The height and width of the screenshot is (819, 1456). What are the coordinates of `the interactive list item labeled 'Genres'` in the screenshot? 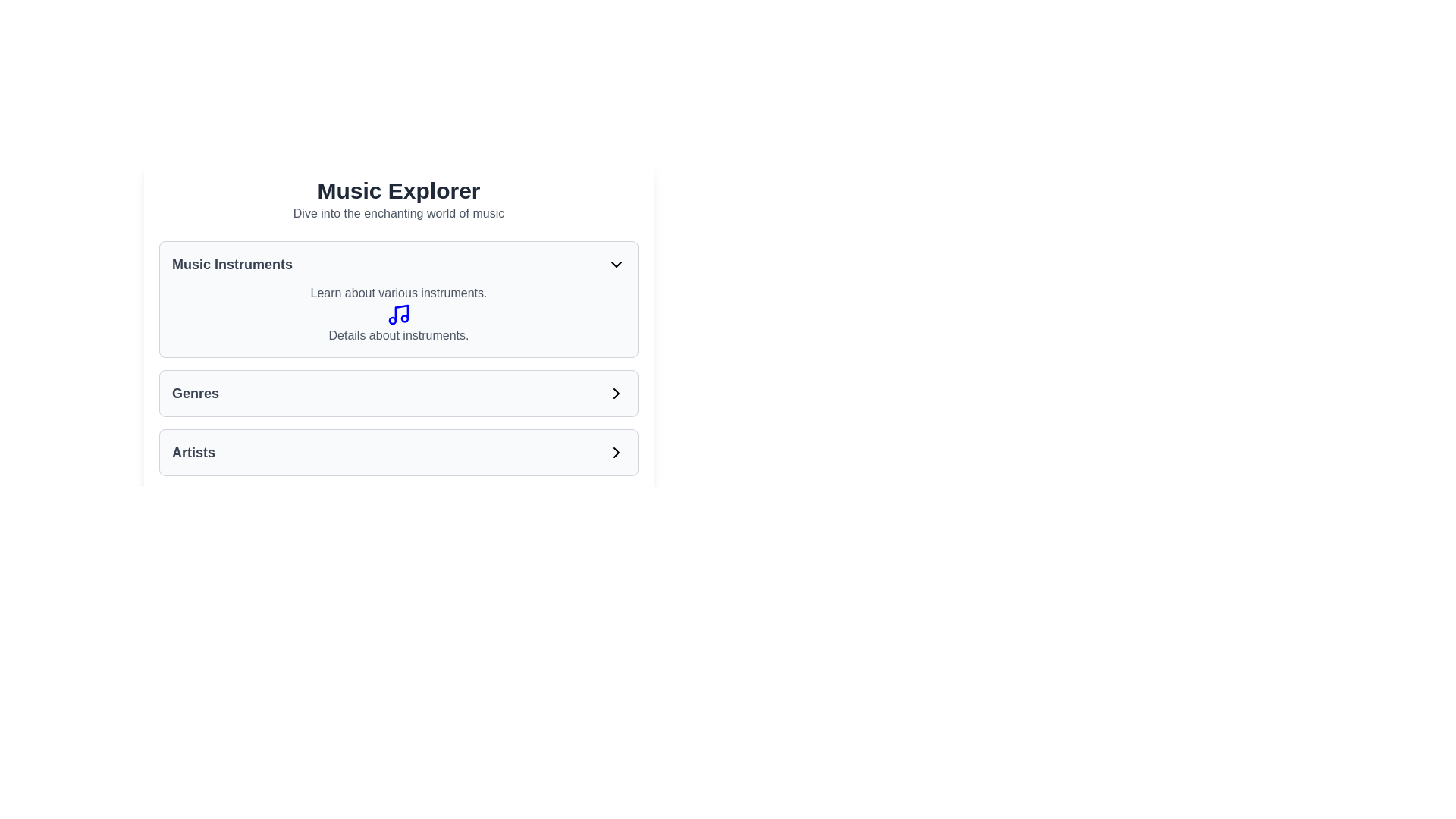 It's located at (399, 393).